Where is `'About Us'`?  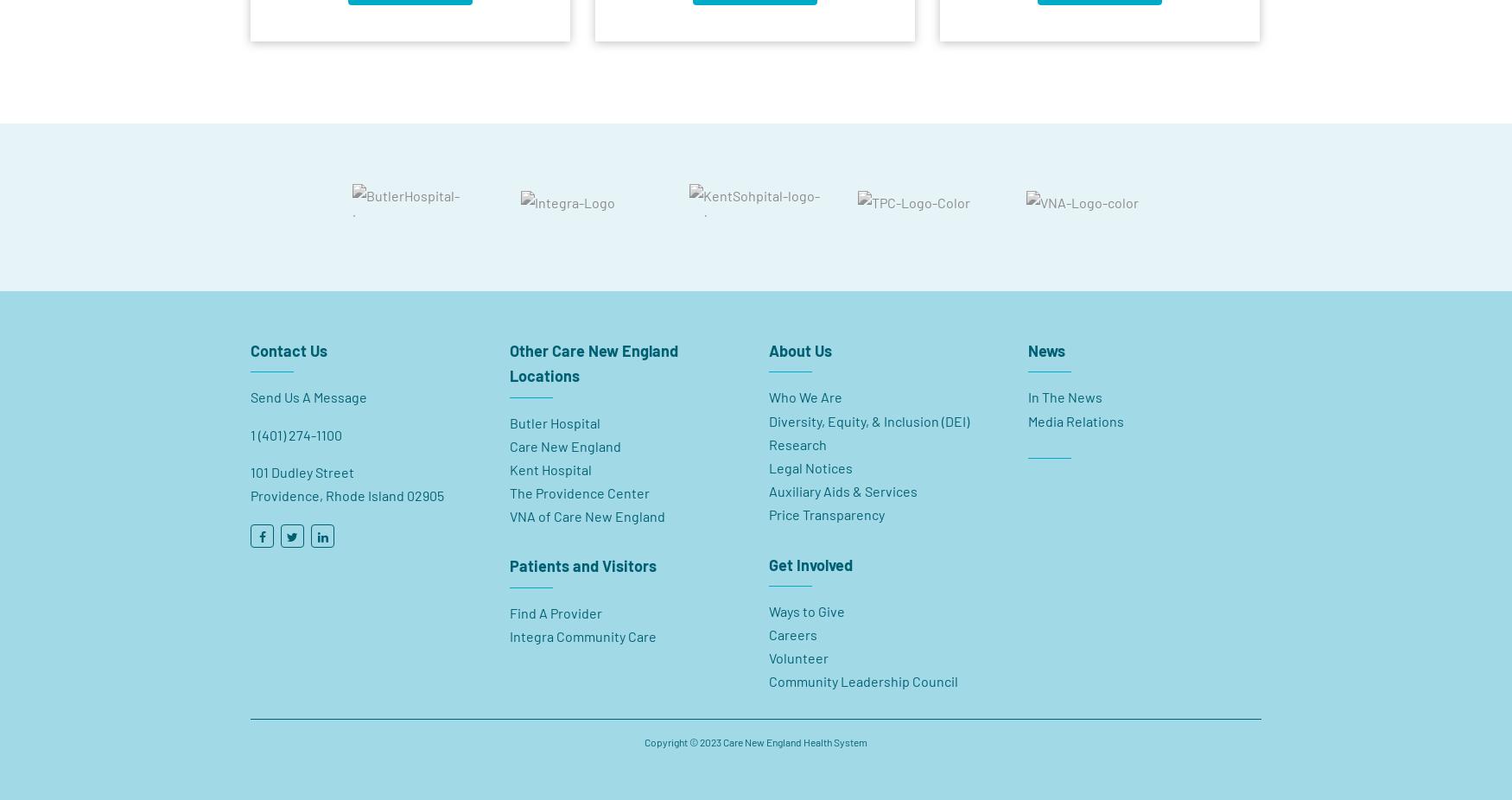
'About Us' is located at coordinates (768, 342).